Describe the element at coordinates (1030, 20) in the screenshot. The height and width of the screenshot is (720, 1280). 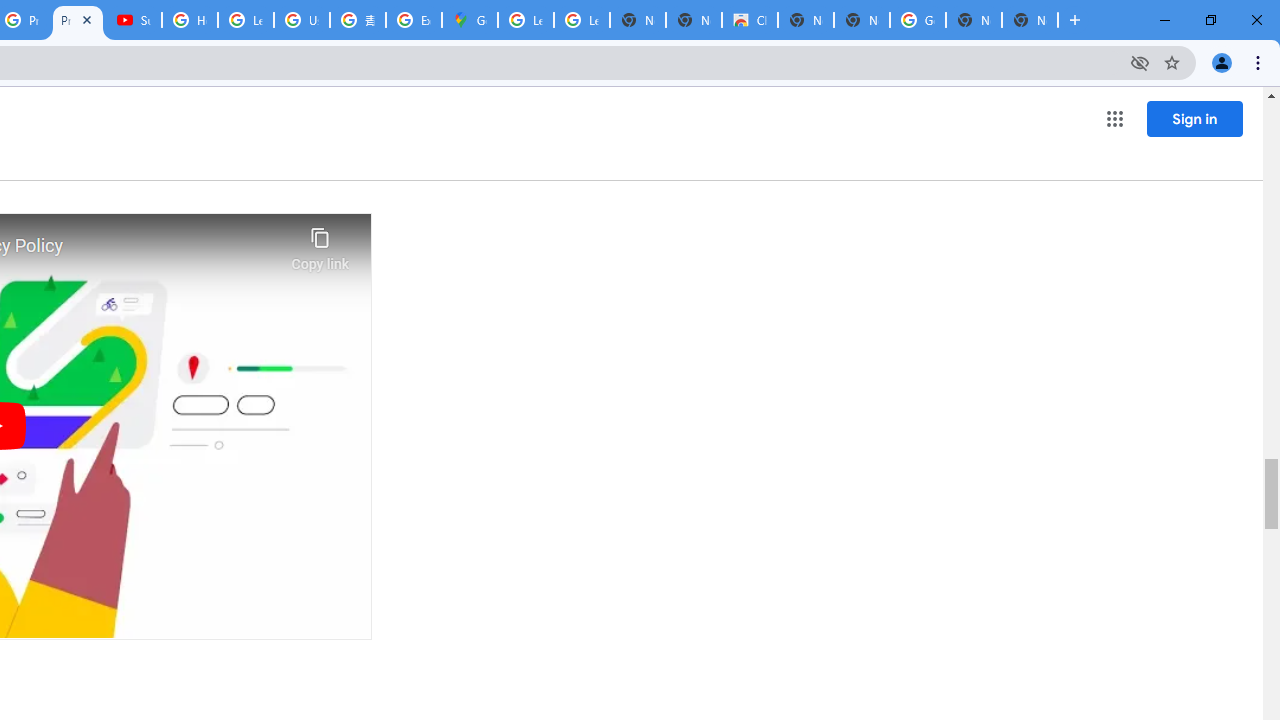
I see `'New Tab'` at that location.